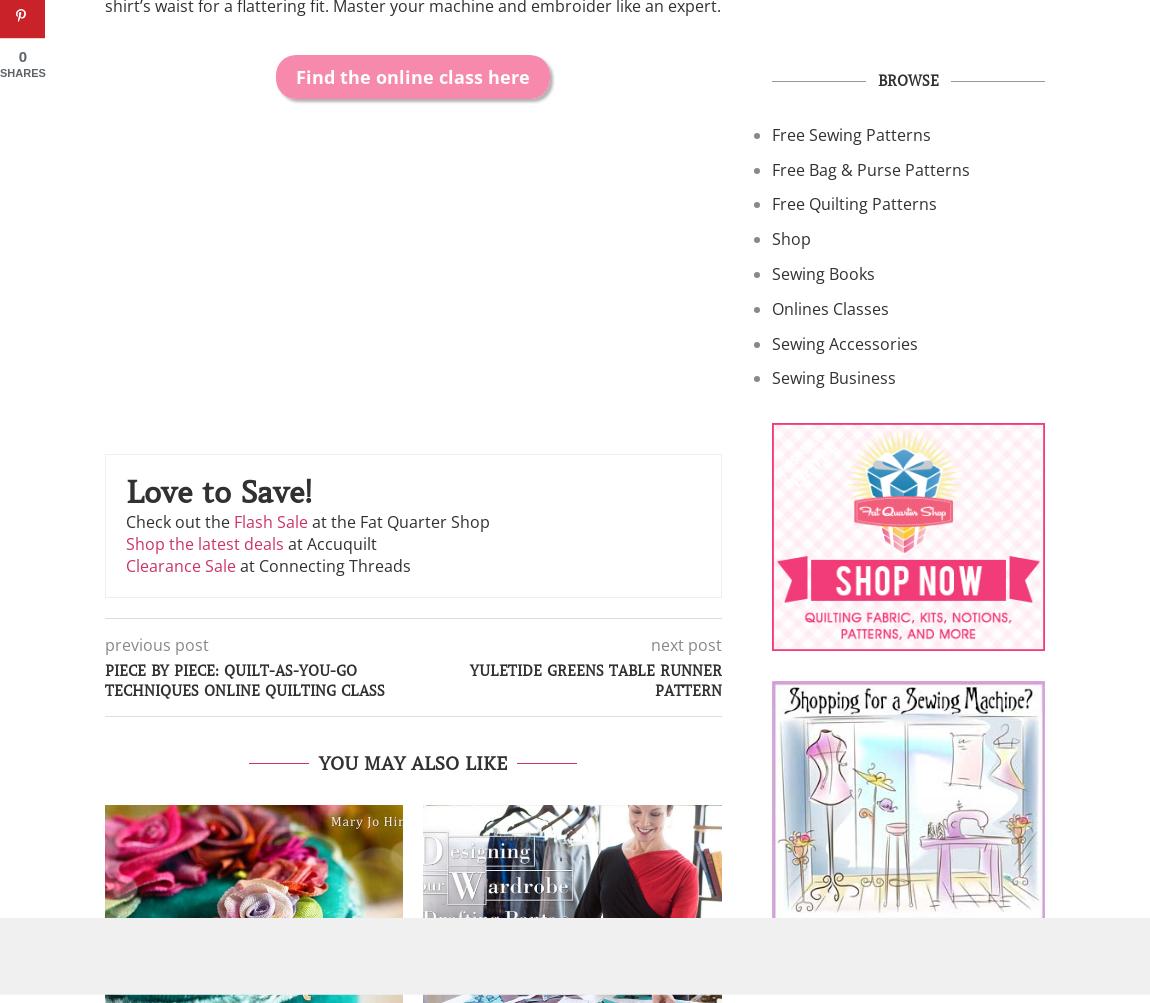 Image resolution: width=1150 pixels, height=1003 pixels. Describe the element at coordinates (594, 680) in the screenshot. I see `'Yuletide Greens Table Runner Pattern'` at that location.